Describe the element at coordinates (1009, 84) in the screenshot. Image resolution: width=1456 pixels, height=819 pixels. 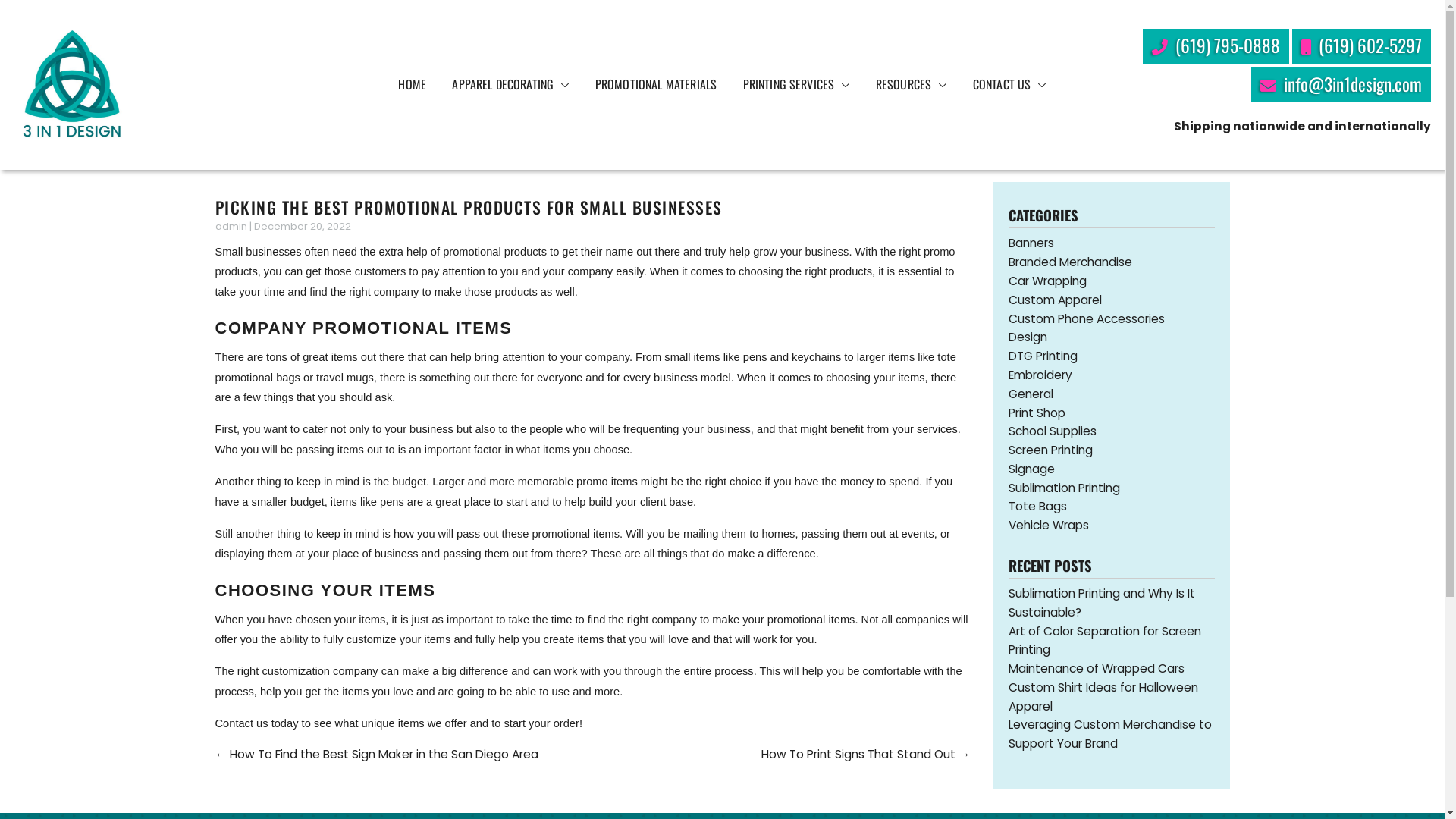
I see `'CONTACT US'` at that location.